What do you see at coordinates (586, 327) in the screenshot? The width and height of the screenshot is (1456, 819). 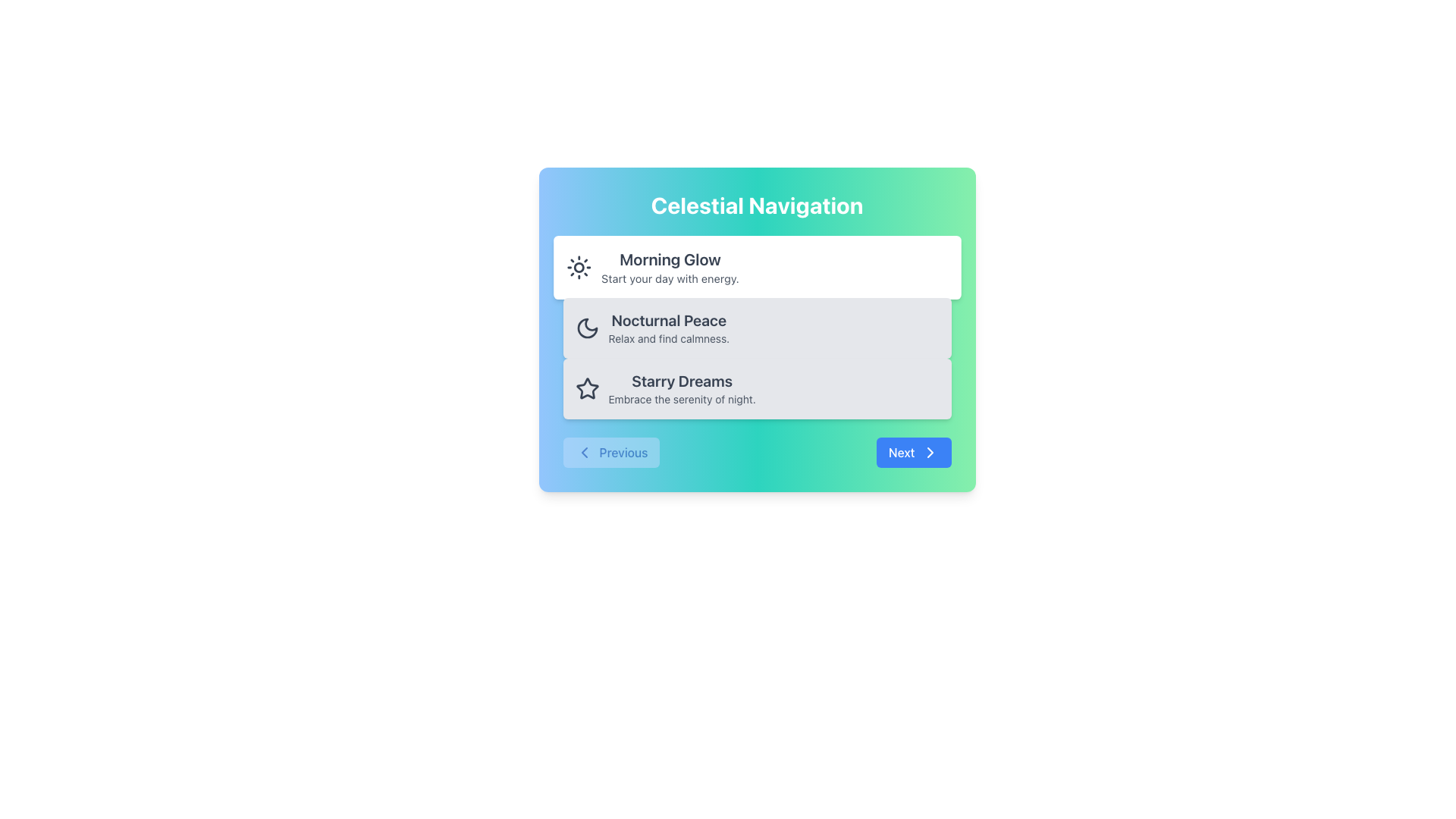 I see `the nocturnal-themed icon representing the 'Nocturnal Peace' option, which is the second item in the list between 'Morning Glow' and 'Starry Dreams'` at bounding box center [586, 327].